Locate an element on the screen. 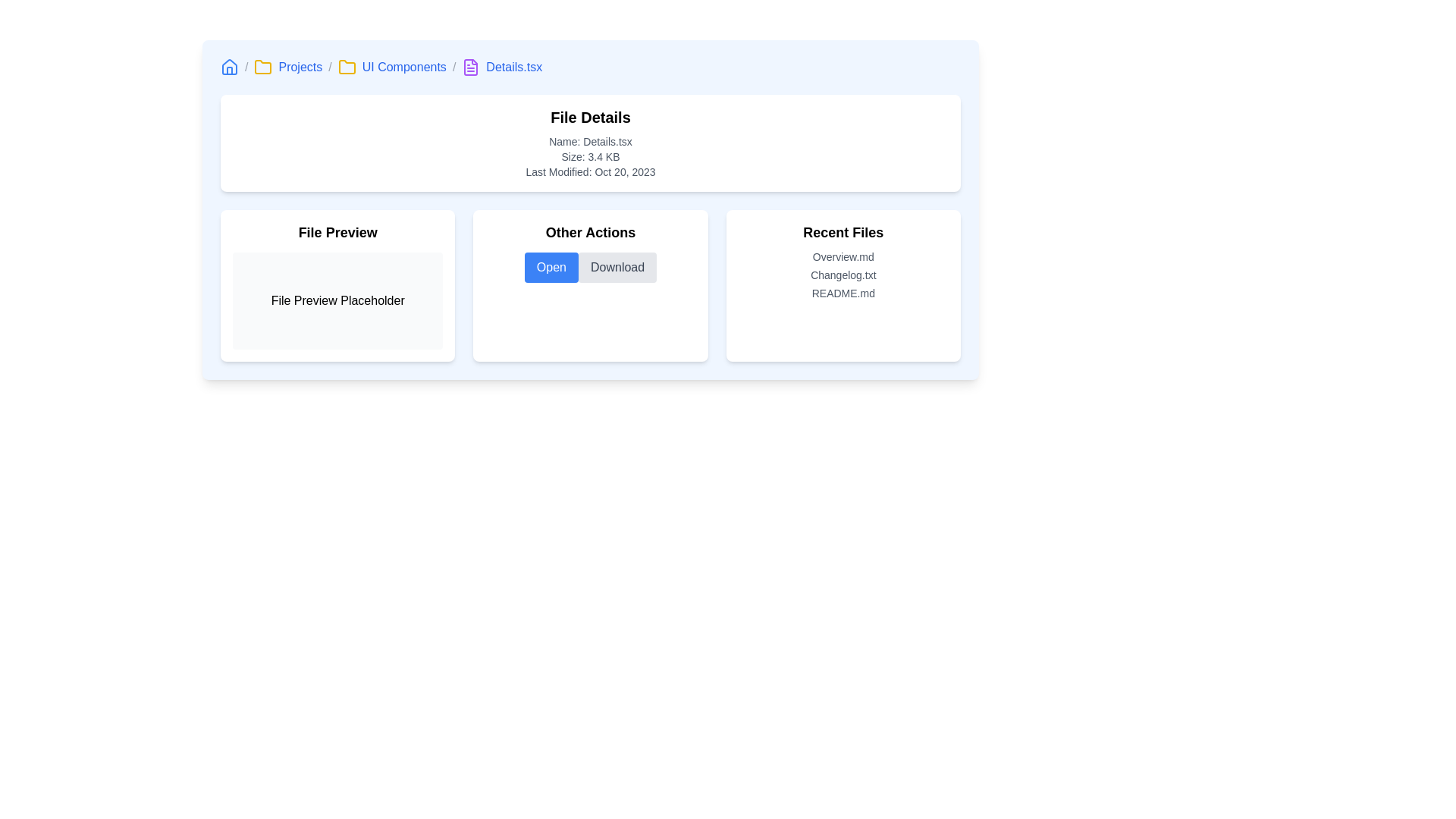  the Text Label indicating the presence of 'Changelog.txt' in the 'Recent Files' section is located at coordinates (843, 275).